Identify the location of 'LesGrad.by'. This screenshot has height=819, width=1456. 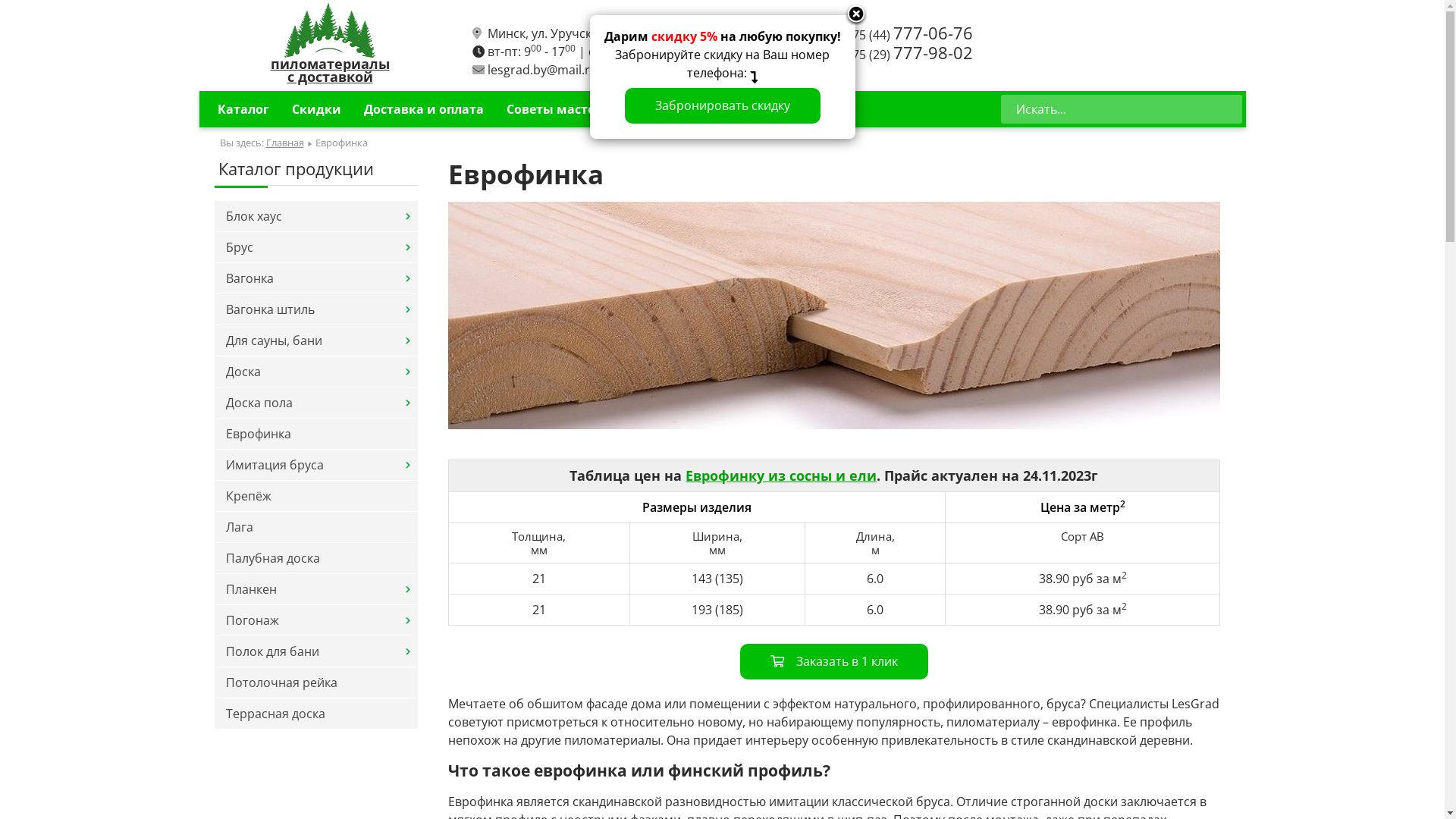
(284, 30).